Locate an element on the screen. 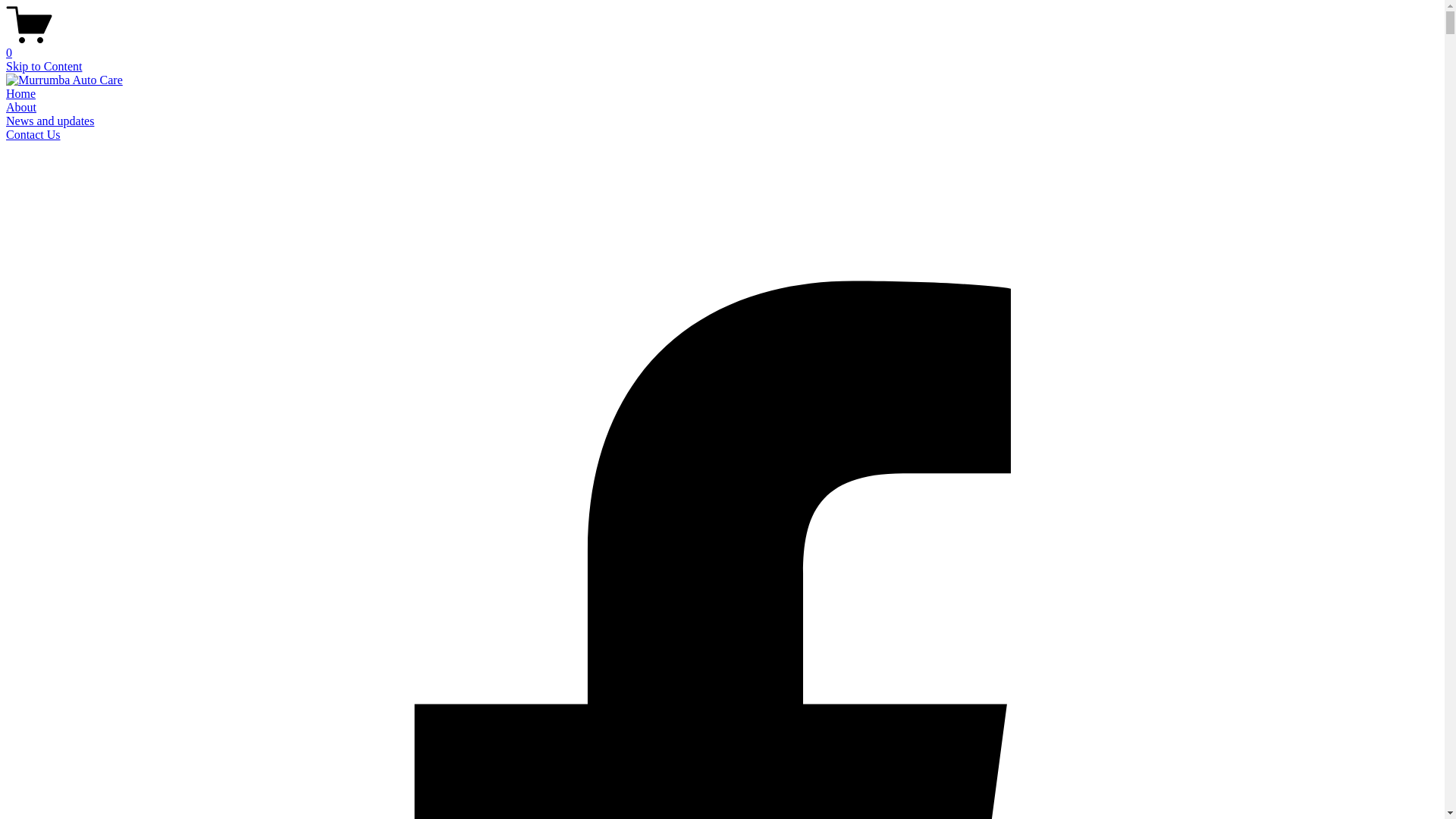 The width and height of the screenshot is (1456, 819). '0' is located at coordinates (721, 45).